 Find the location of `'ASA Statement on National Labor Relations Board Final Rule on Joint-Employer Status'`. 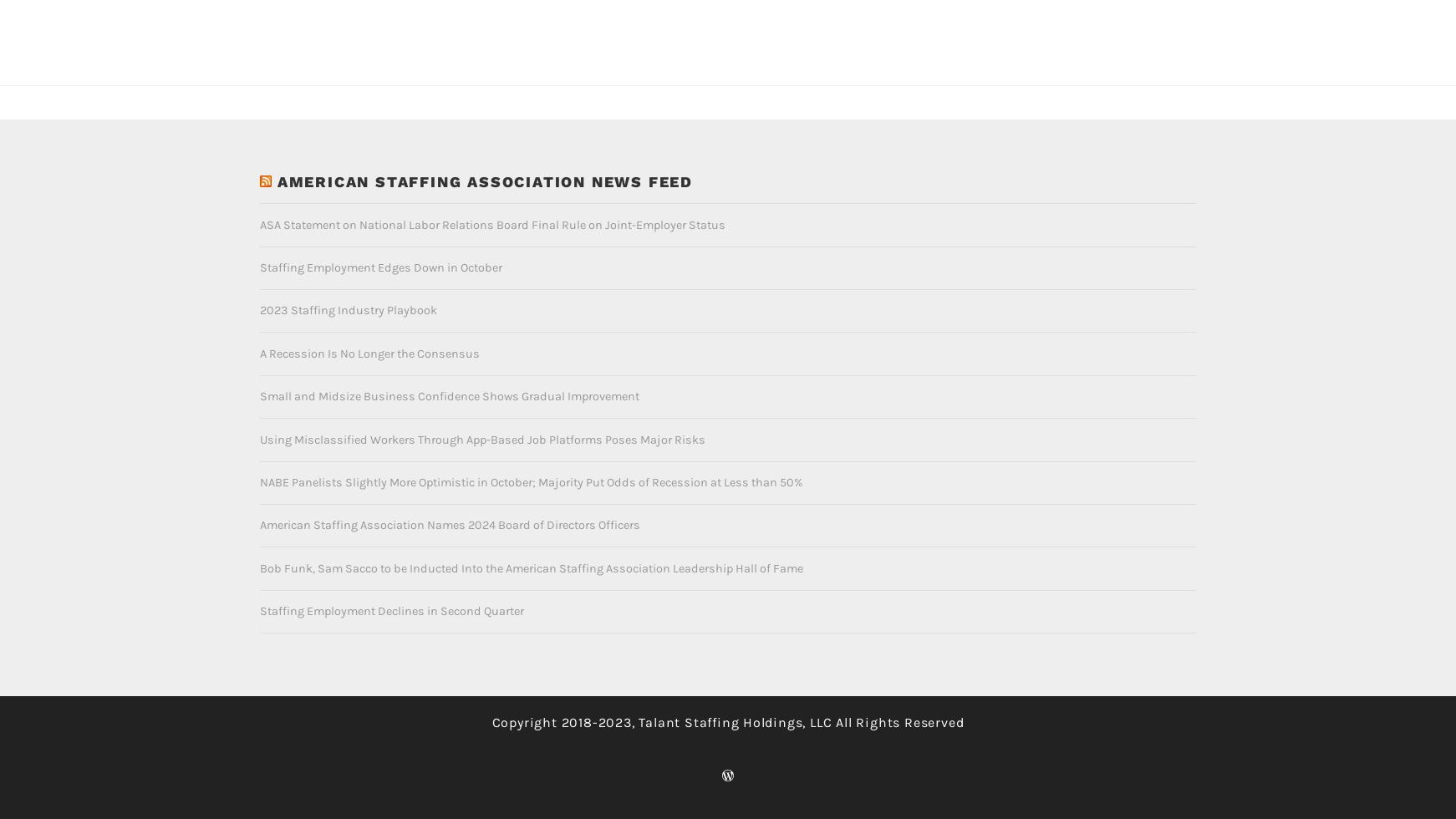

'ASA Statement on National Labor Relations Board Final Rule on Joint-Employer Status' is located at coordinates (491, 197).